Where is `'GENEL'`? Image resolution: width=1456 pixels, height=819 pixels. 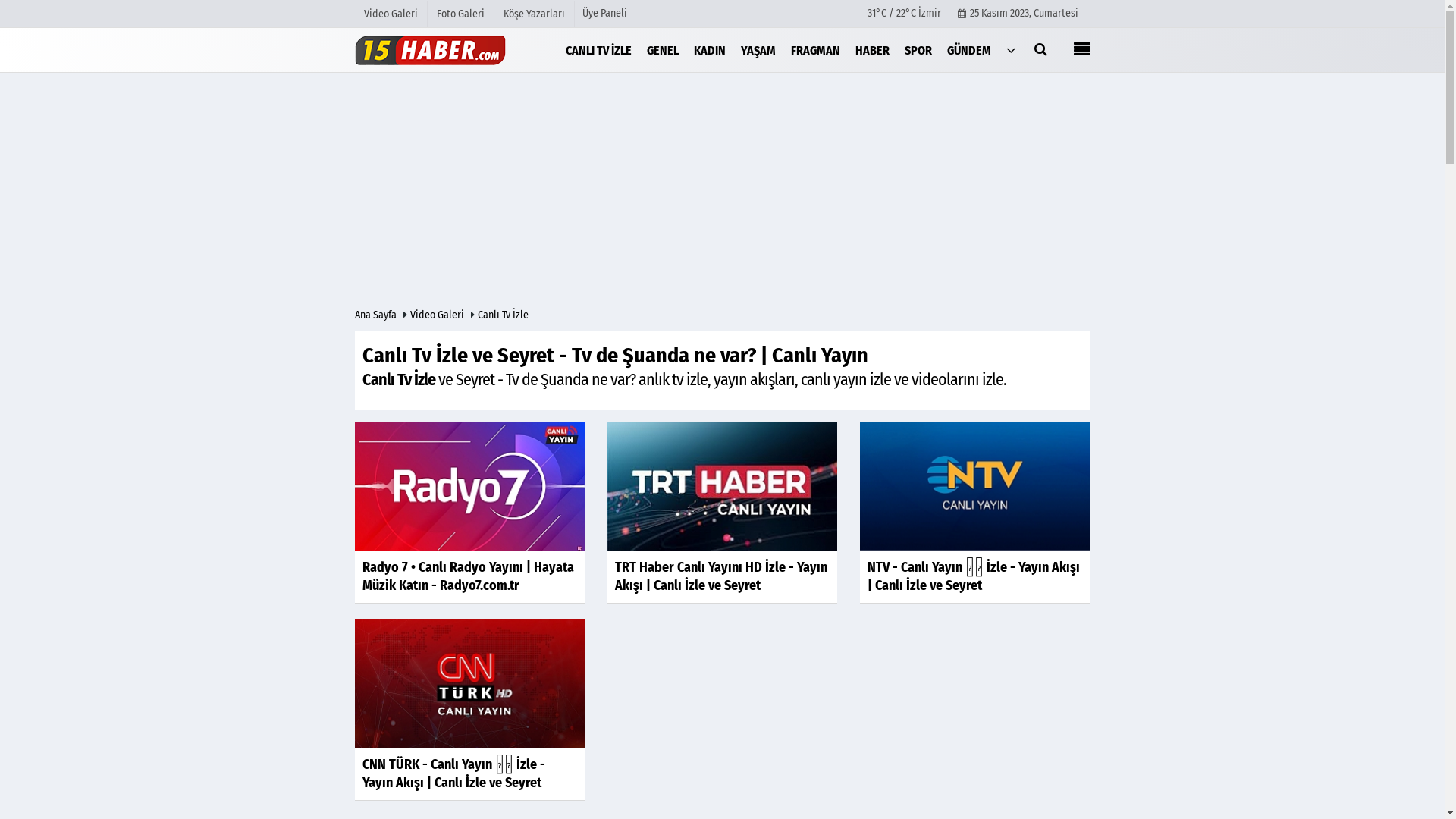
'GENEL' is located at coordinates (662, 49).